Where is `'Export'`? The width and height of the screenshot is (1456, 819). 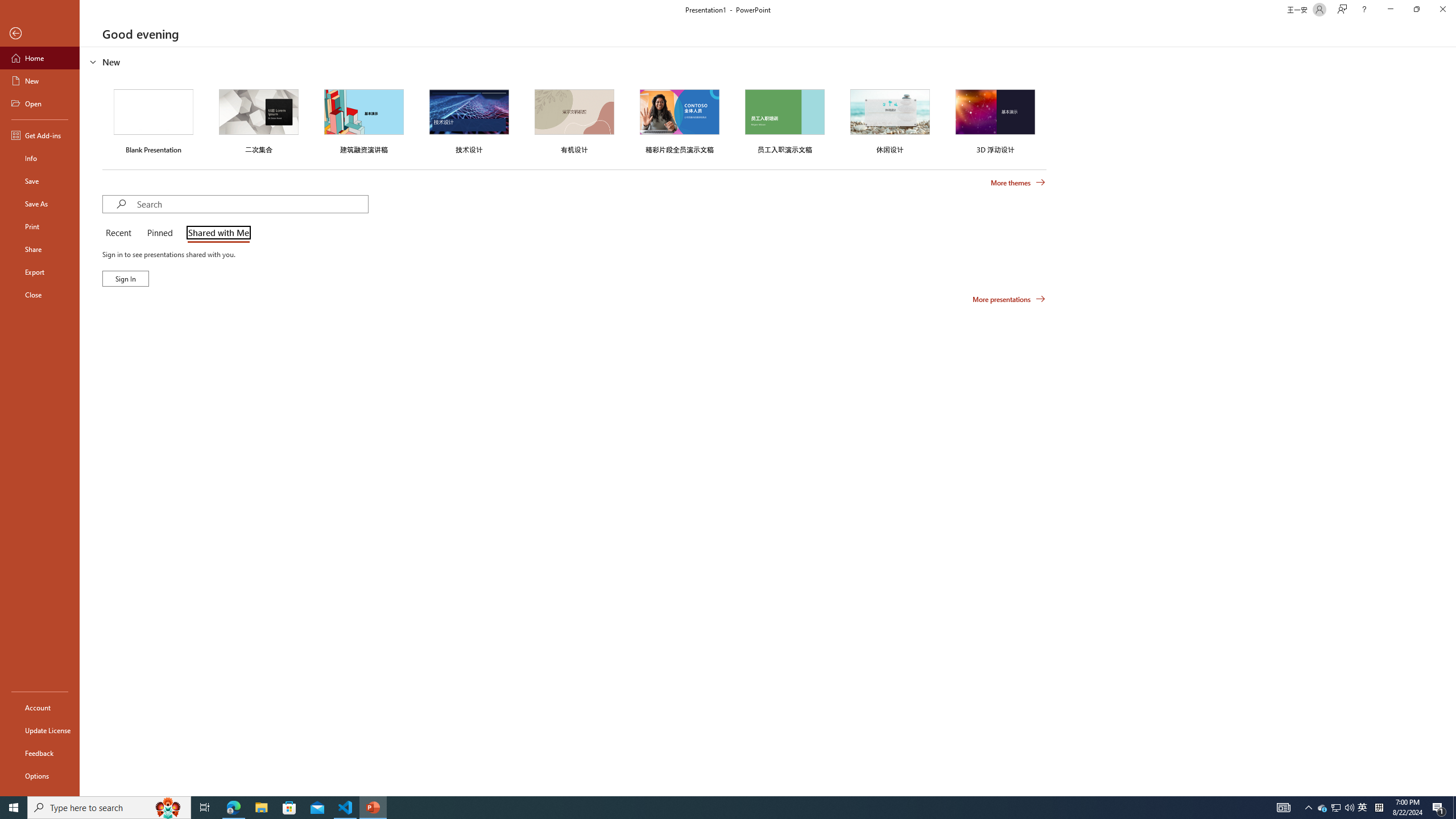 'Export' is located at coordinates (39, 272).